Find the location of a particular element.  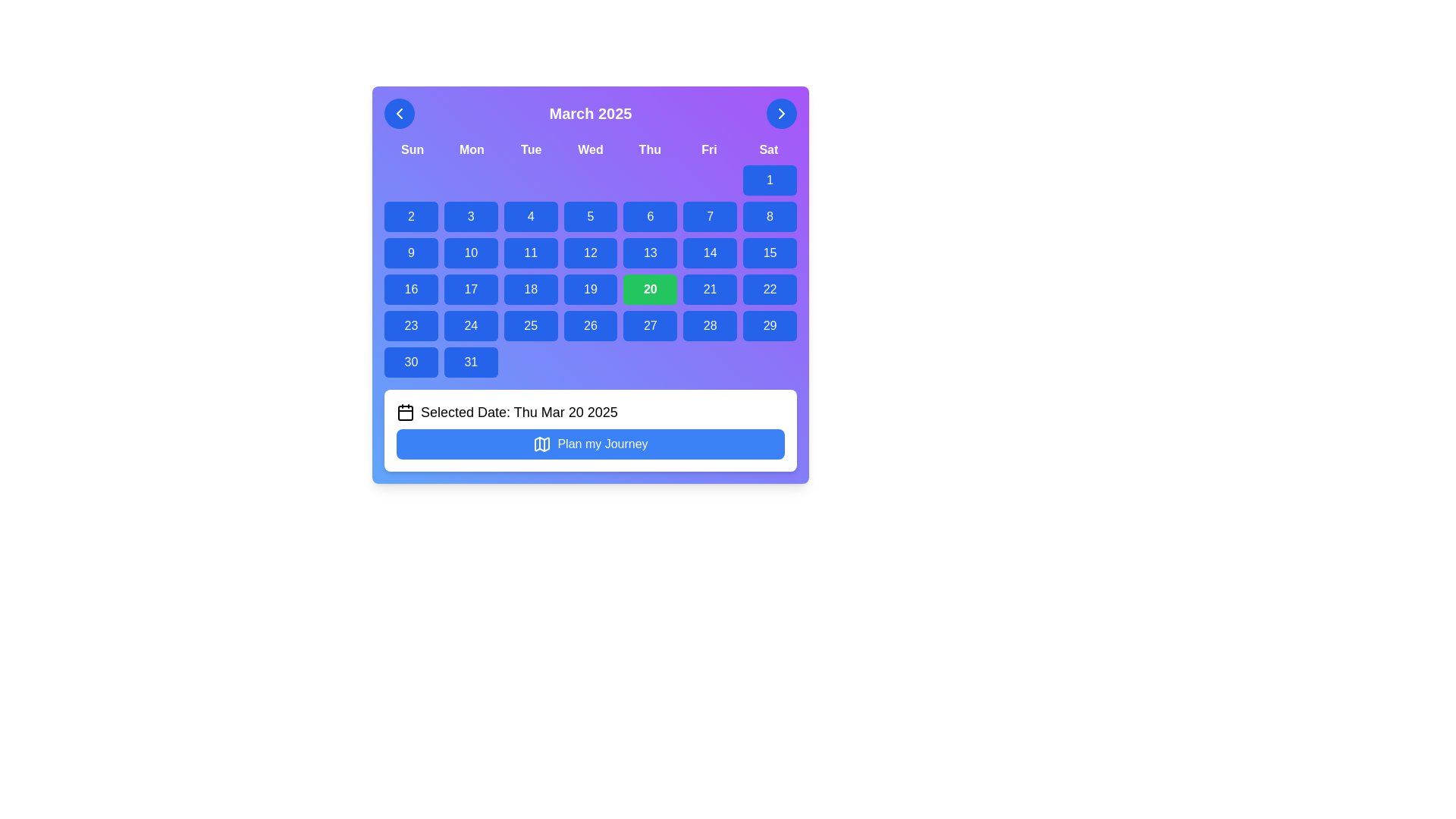

the button is located at coordinates (770, 180).